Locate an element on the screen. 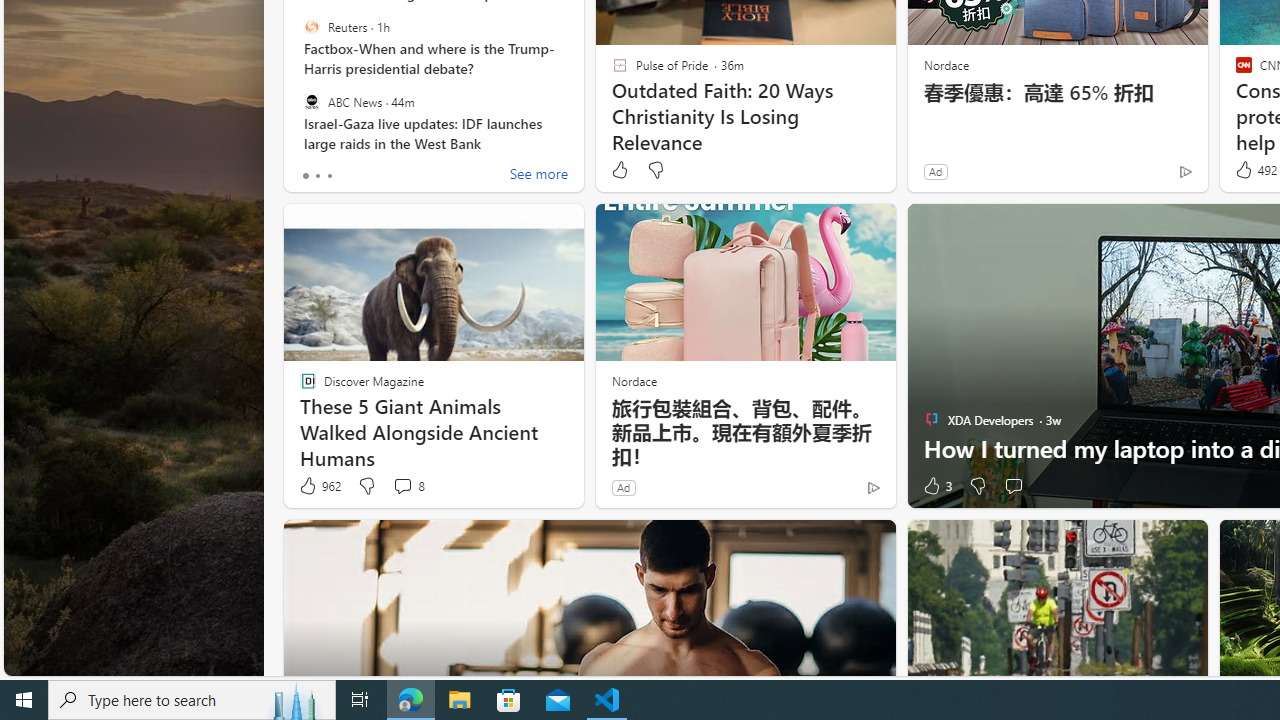  'Reuters' is located at coordinates (310, 27).